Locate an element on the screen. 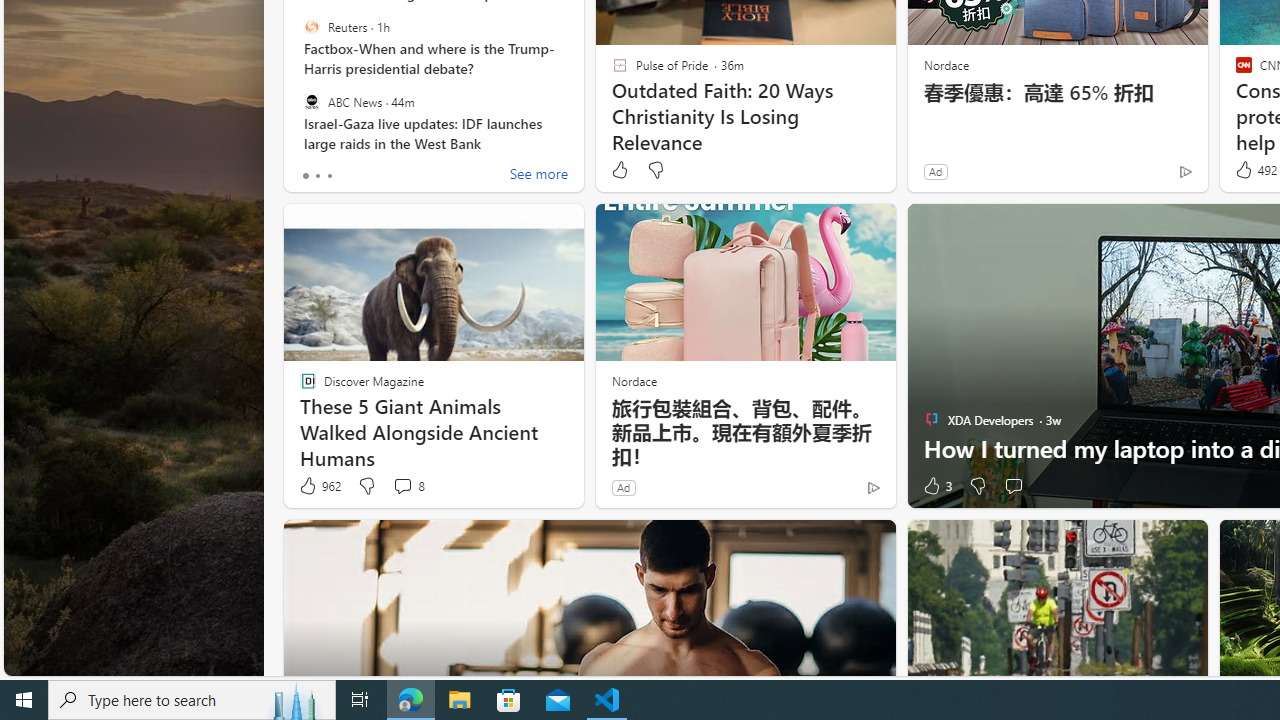  'Reuters' is located at coordinates (310, 27).